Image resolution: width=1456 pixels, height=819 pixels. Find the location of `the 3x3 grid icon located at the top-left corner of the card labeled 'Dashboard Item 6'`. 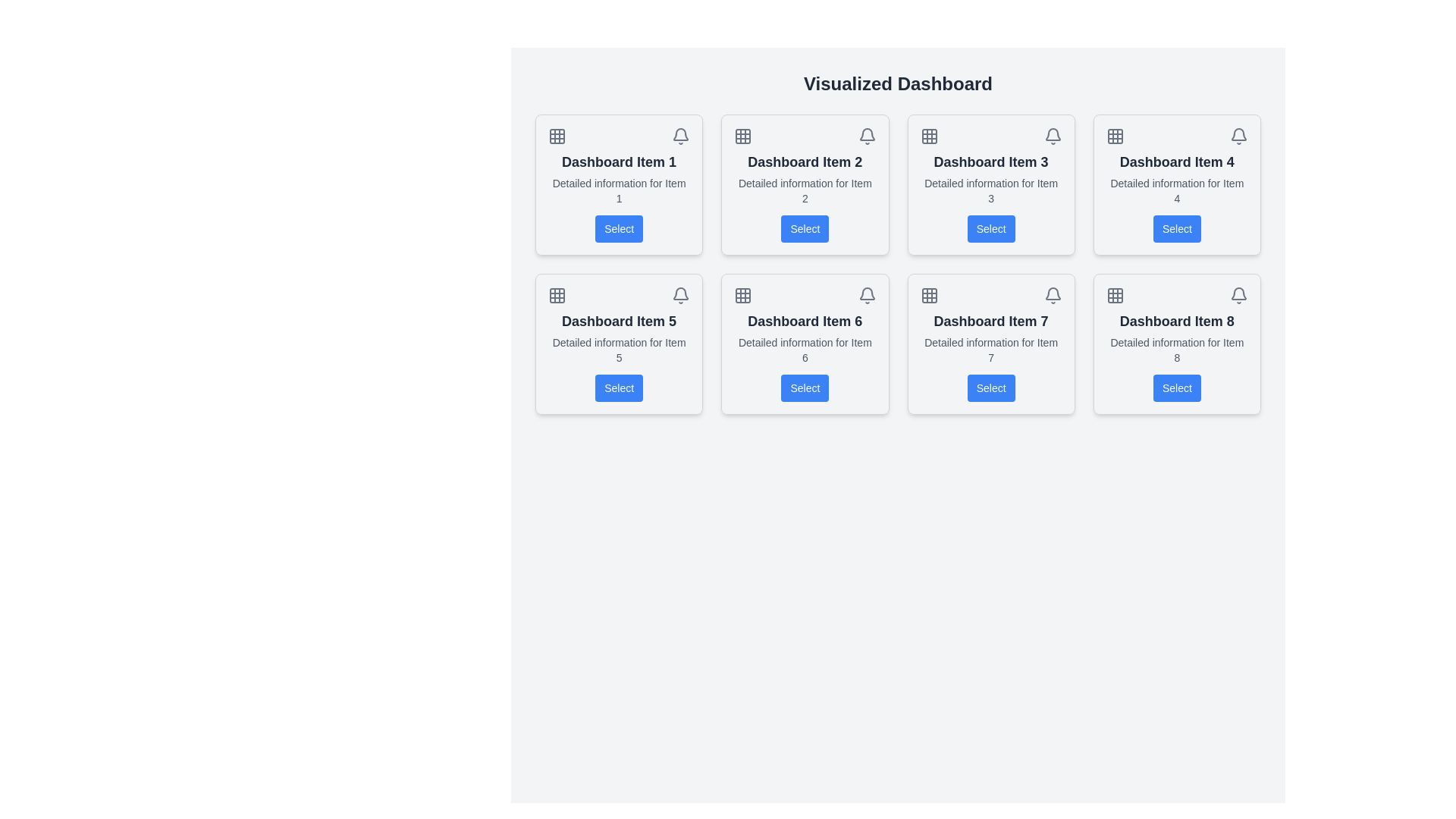

the 3x3 grid icon located at the top-left corner of the card labeled 'Dashboard Item 6' is located at coordinates (743, 295).